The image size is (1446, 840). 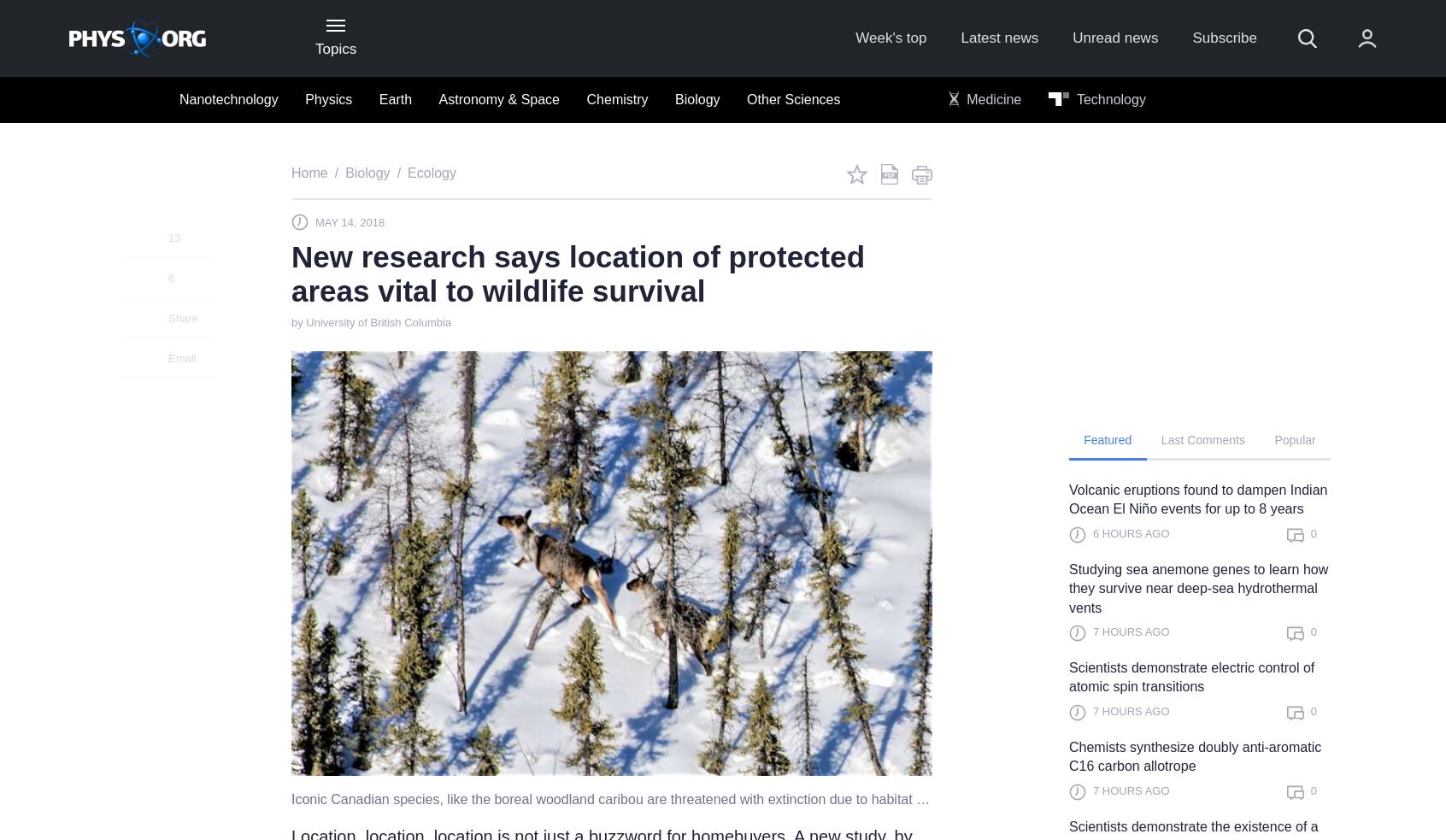 What do you see at coordinates (990, 98) in the screenshot?
I see `'Medicine'` at bounding box center [990, 98].